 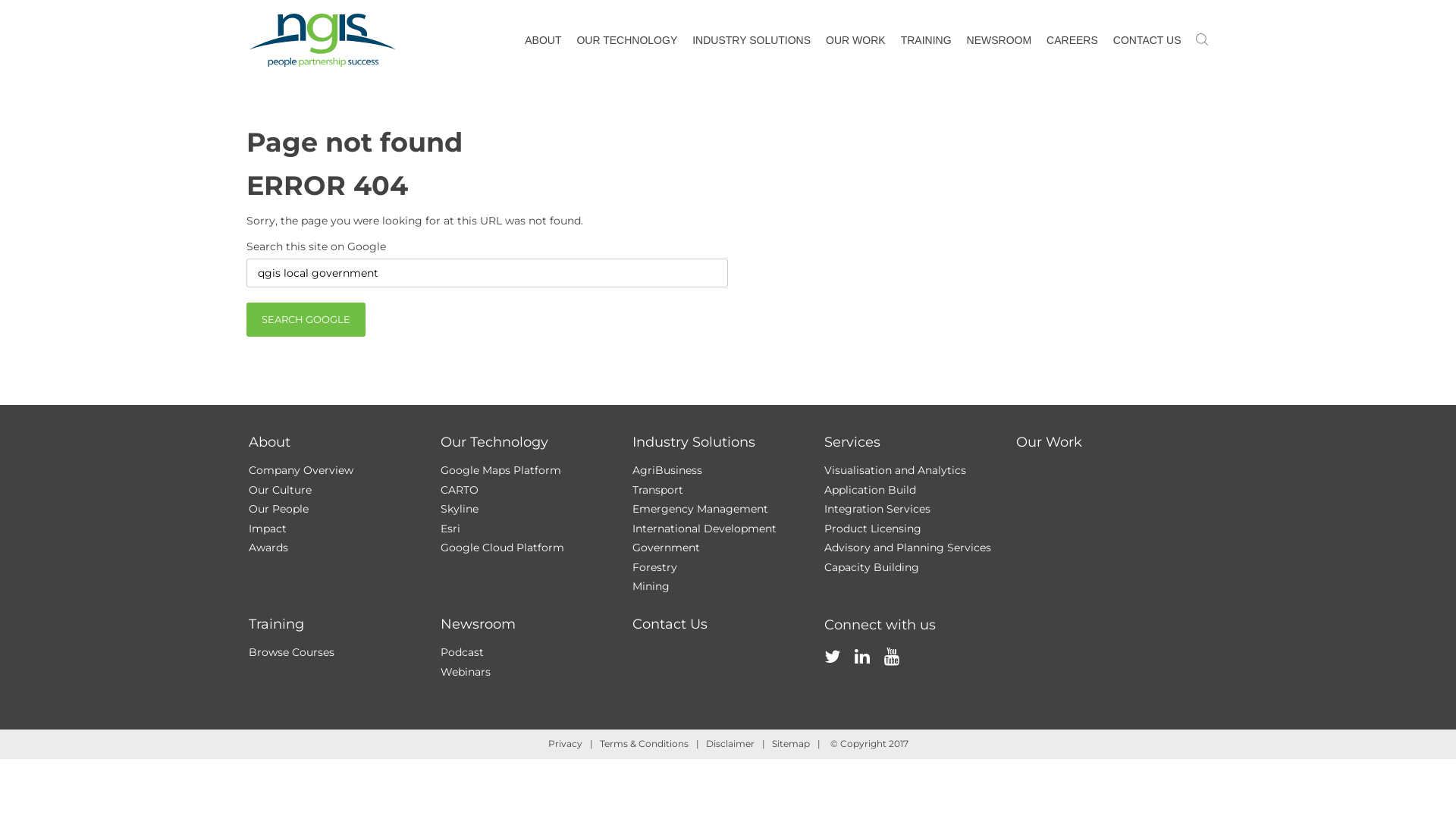 I want to click on 'Our Culture', so click(x=280, y=489).